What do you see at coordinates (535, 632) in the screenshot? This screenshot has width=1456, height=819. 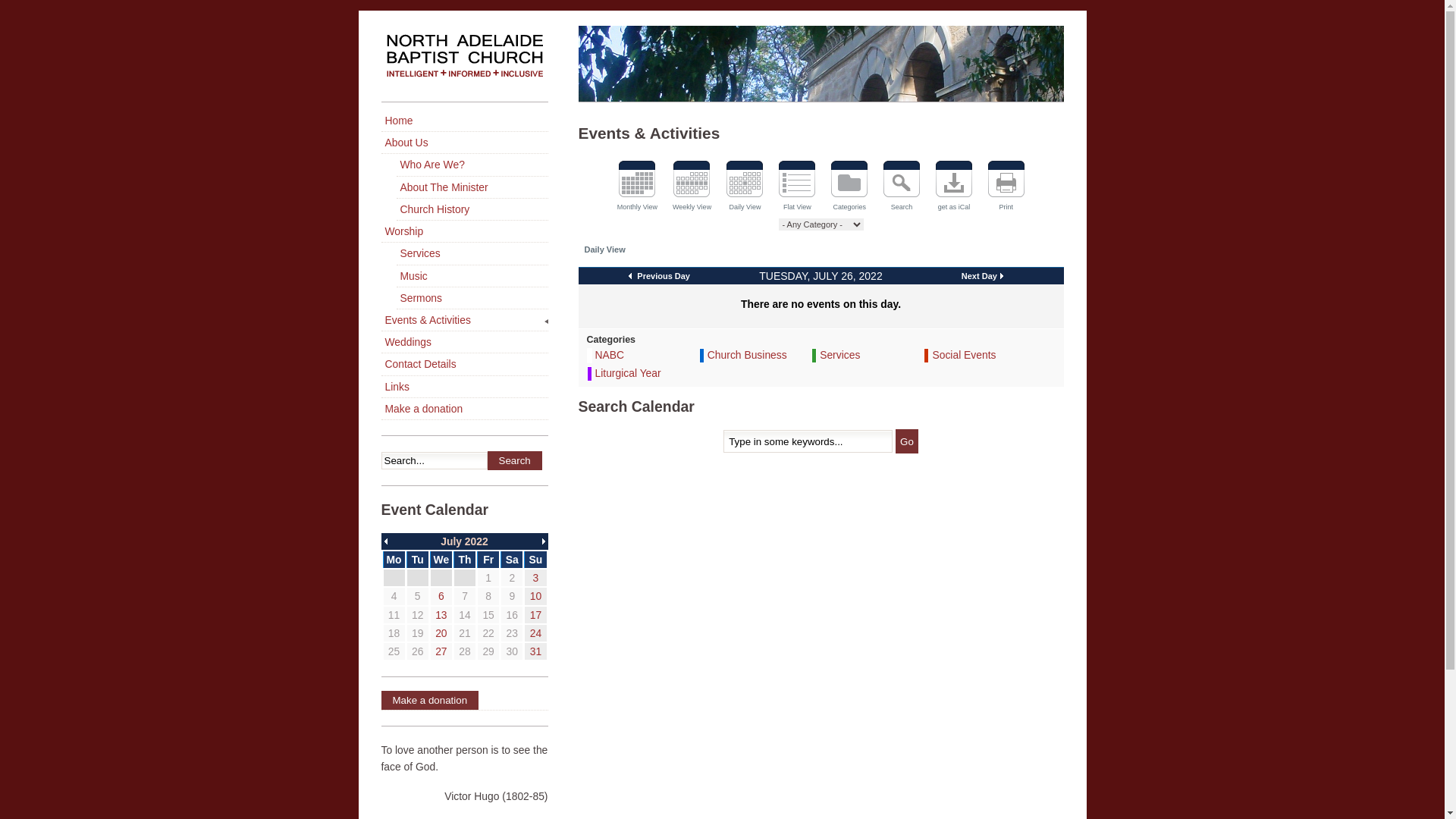 I see `'24'` at bounding box center [535, 632].